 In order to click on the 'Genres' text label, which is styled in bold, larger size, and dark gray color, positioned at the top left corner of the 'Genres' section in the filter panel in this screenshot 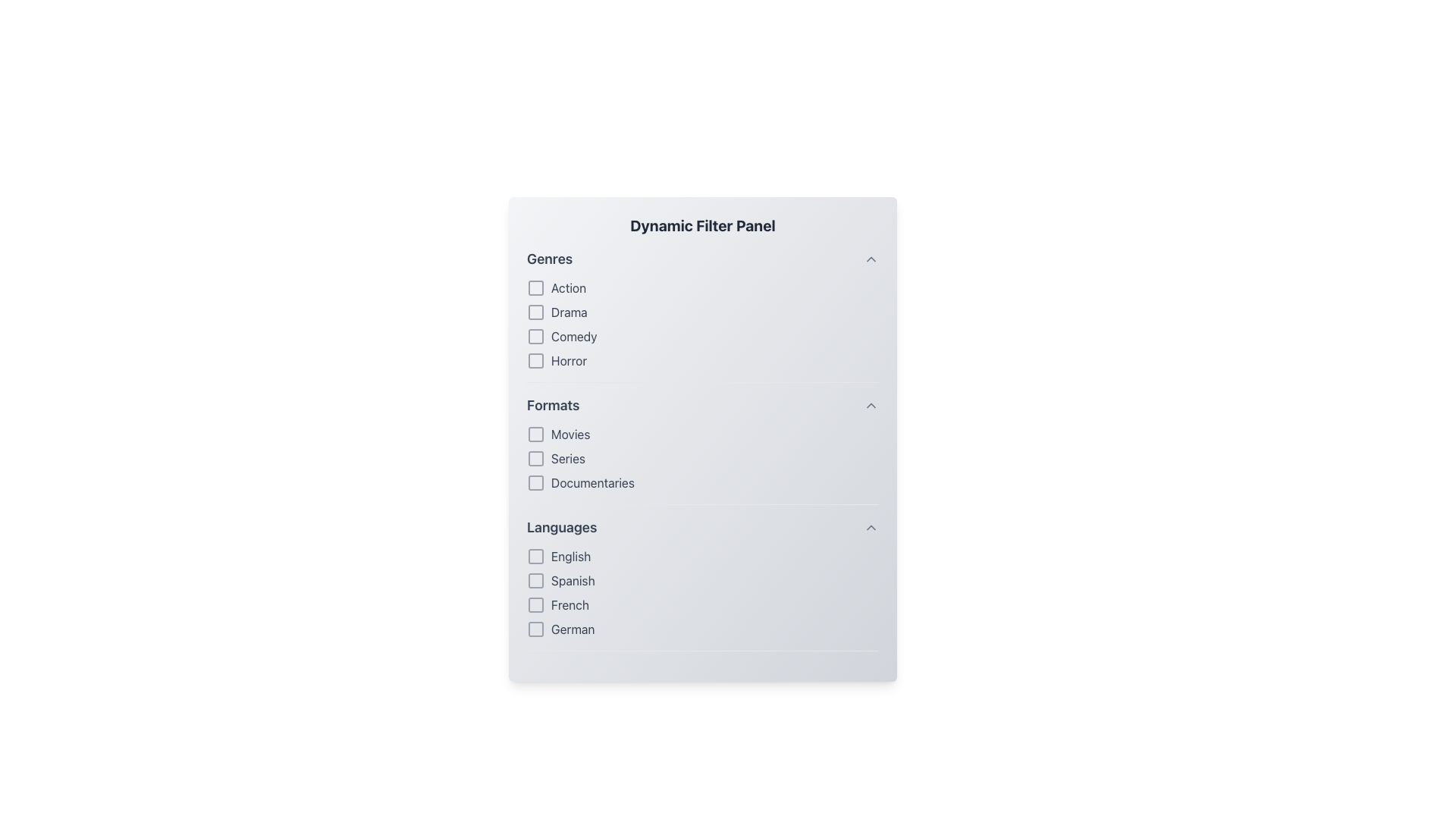, I will do `click(549, 259)`.